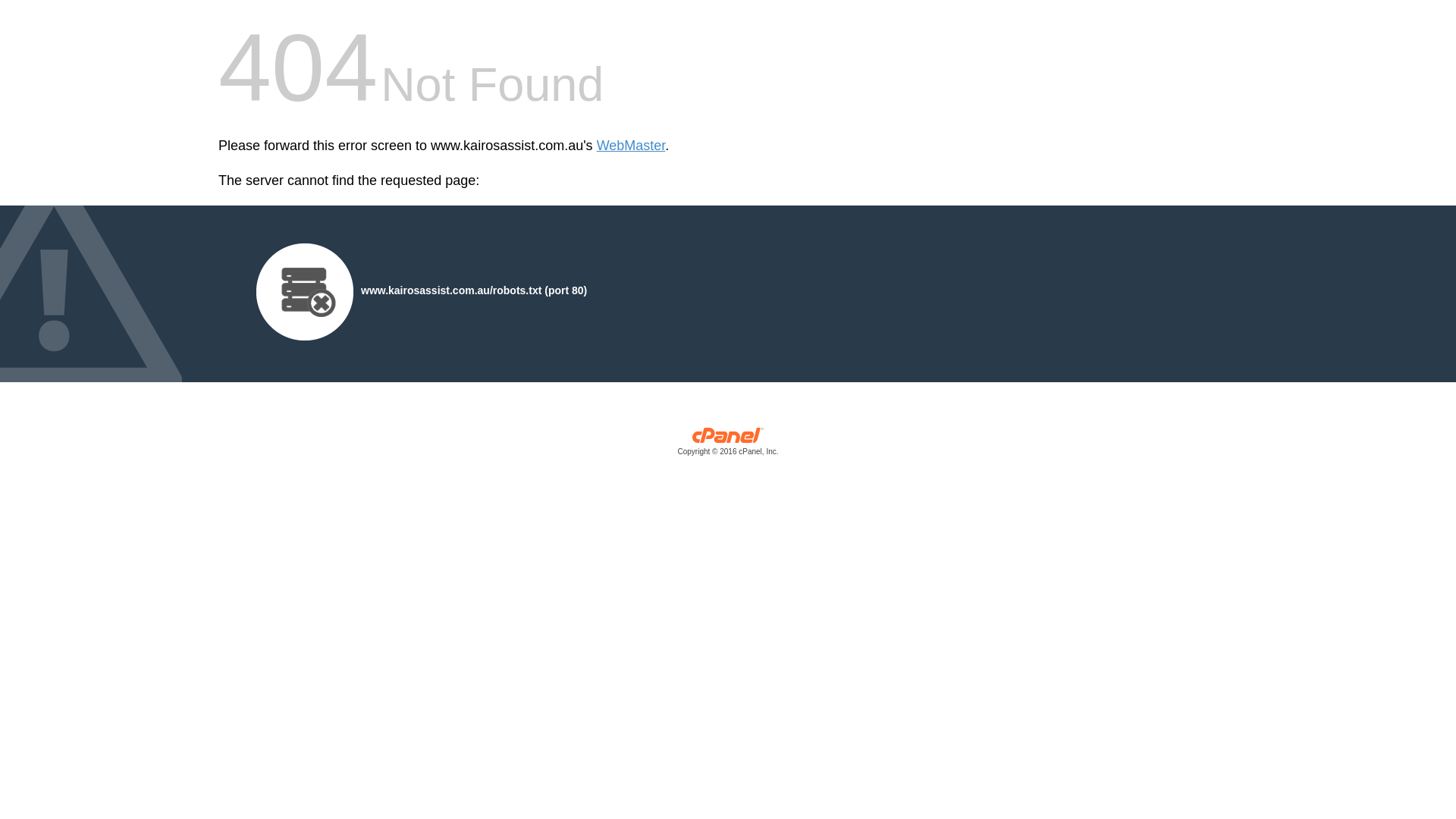 Image resolution: width=1456 pixels, height=819 pixels. What do you see at coordinates (631, 146) in the screenshot?
I see `'WebMaster'` at bounding box center [631, 146].